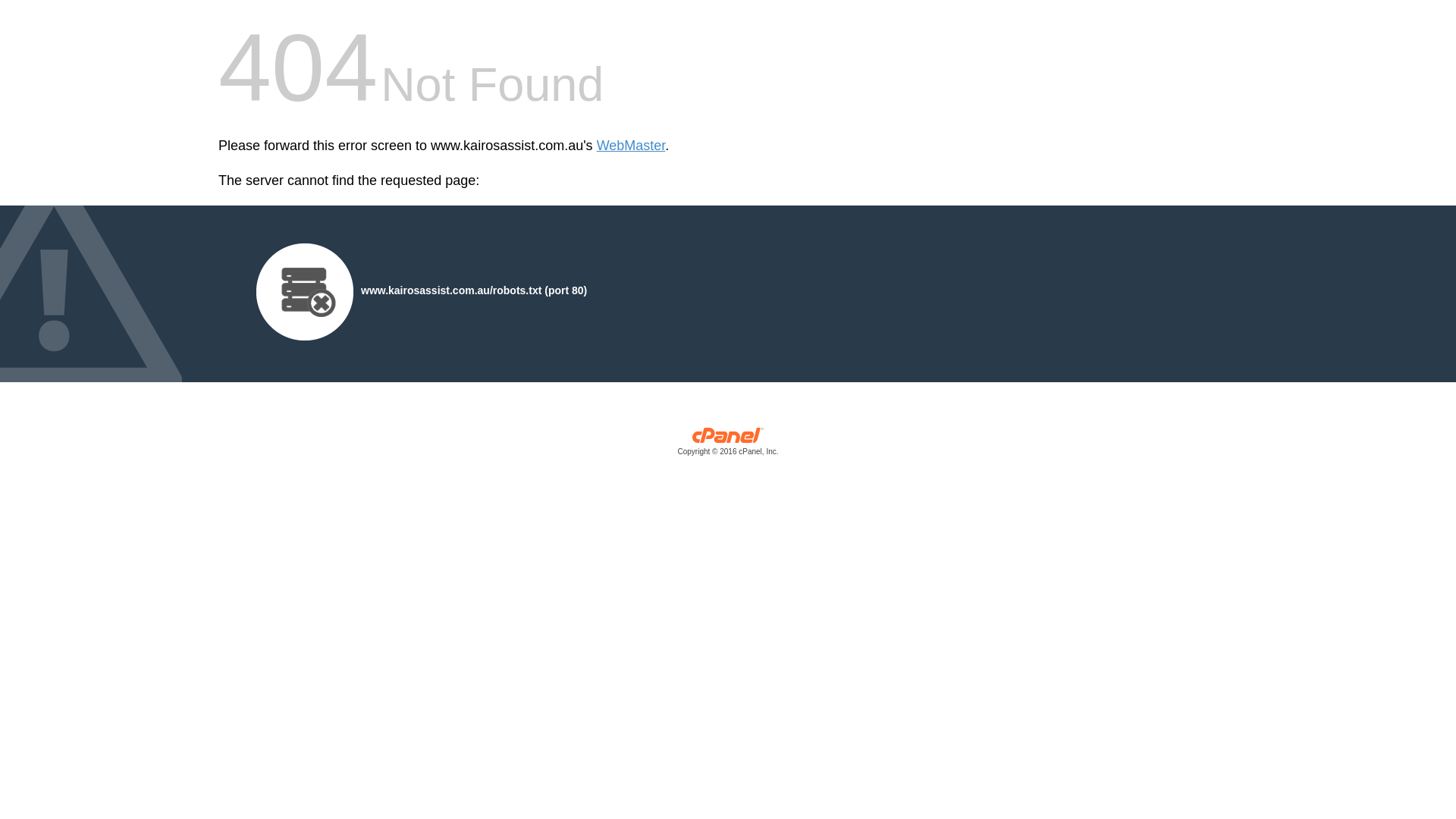 Image resolution: width=1456 pixels, height=819 pixels. What do you see at coordinates (631, 146) in the screenshot?
I see `'WebMaster'` at bounding box center [631, 146].